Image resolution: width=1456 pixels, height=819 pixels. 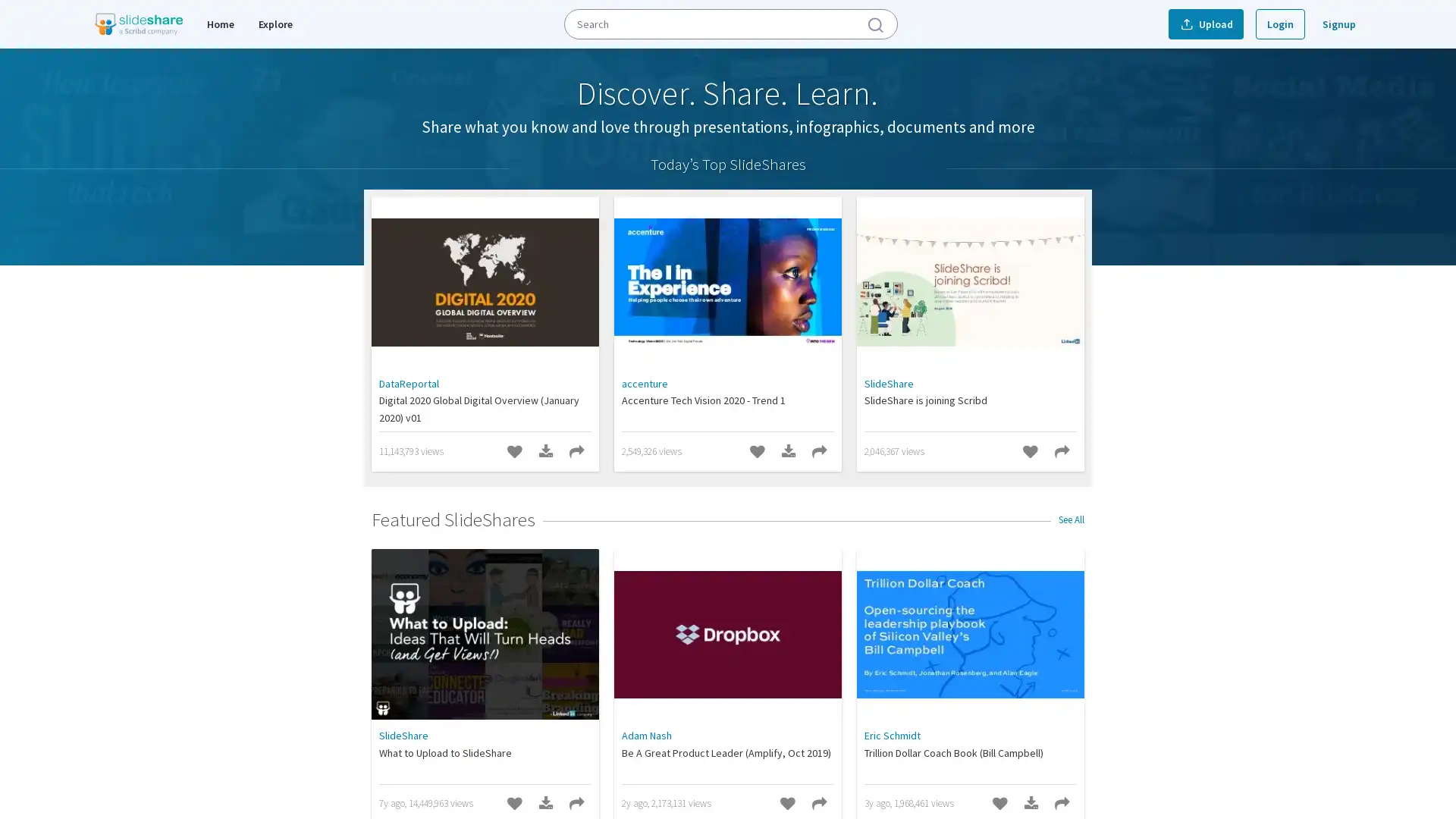 I want to click on Share Trillion Dollar Coach Book (Bill Campbell) SlideShare., so click(x=1061, y=802).